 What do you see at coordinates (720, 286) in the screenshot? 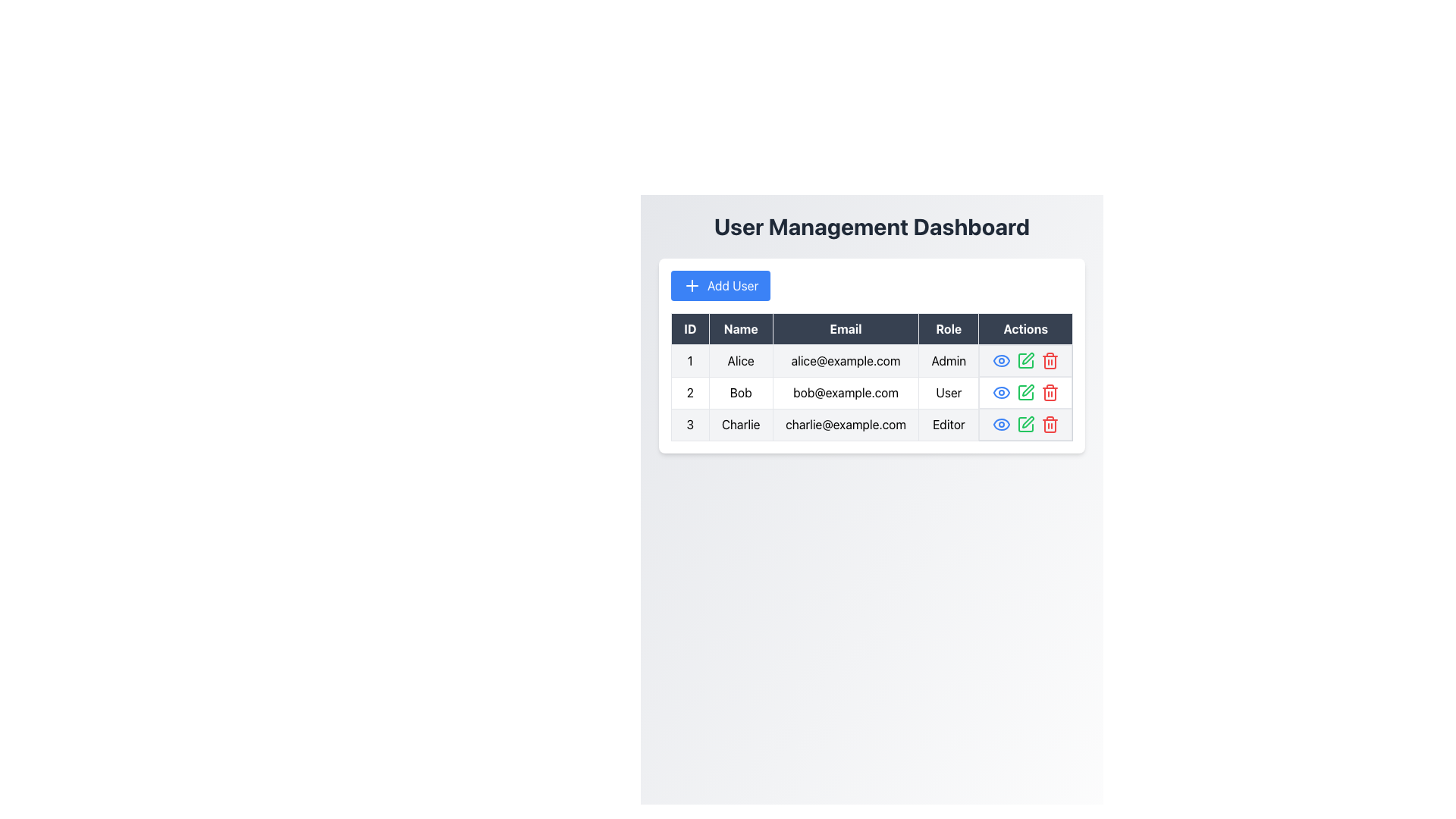
I see `the blue 'Add User' button with a plus sign icon` at bounding box center [720, 286].